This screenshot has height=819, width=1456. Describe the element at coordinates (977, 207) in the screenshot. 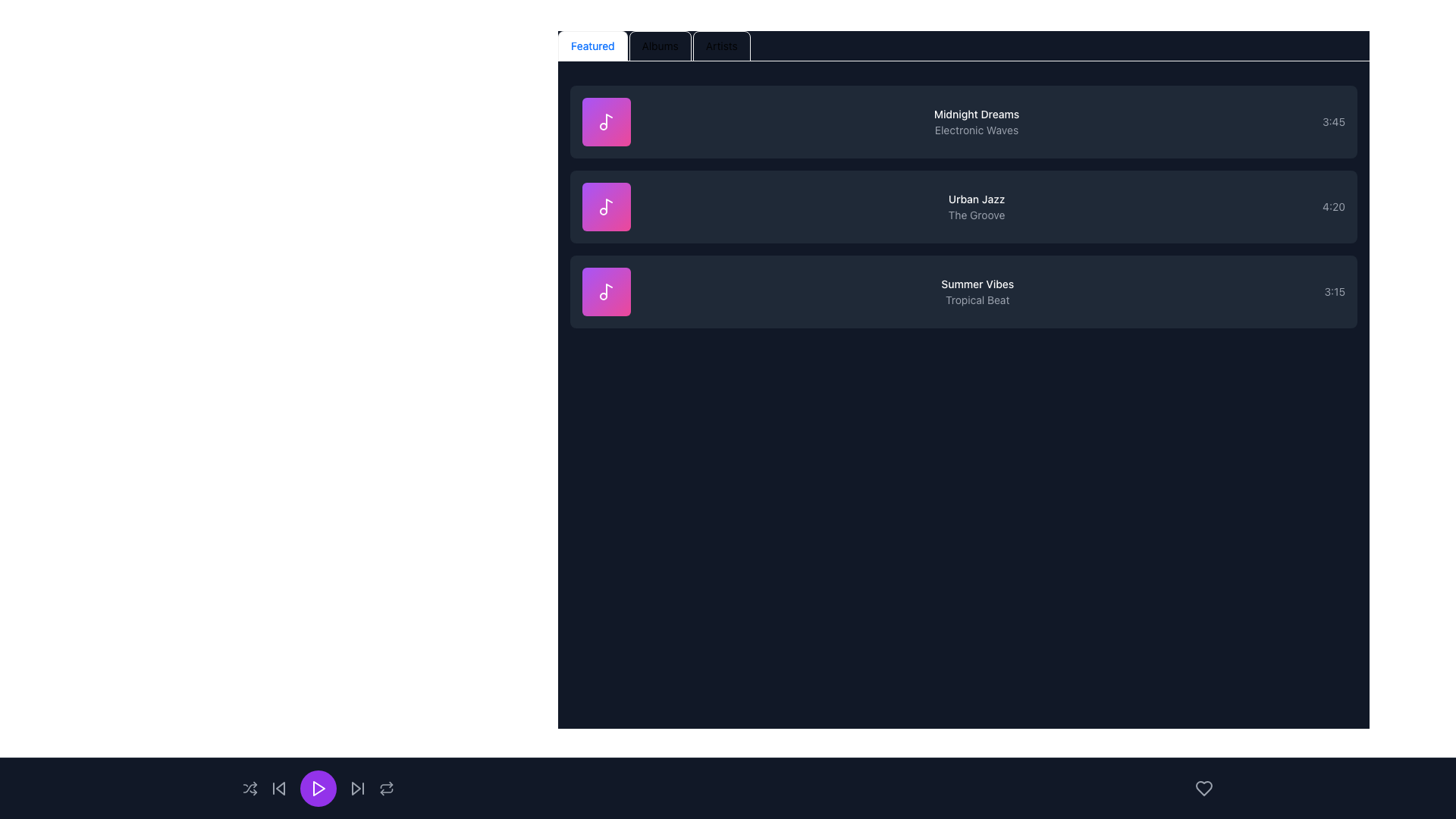

I see `the label that displays 'Urban Jazz' and 'The Groove'` at that location.